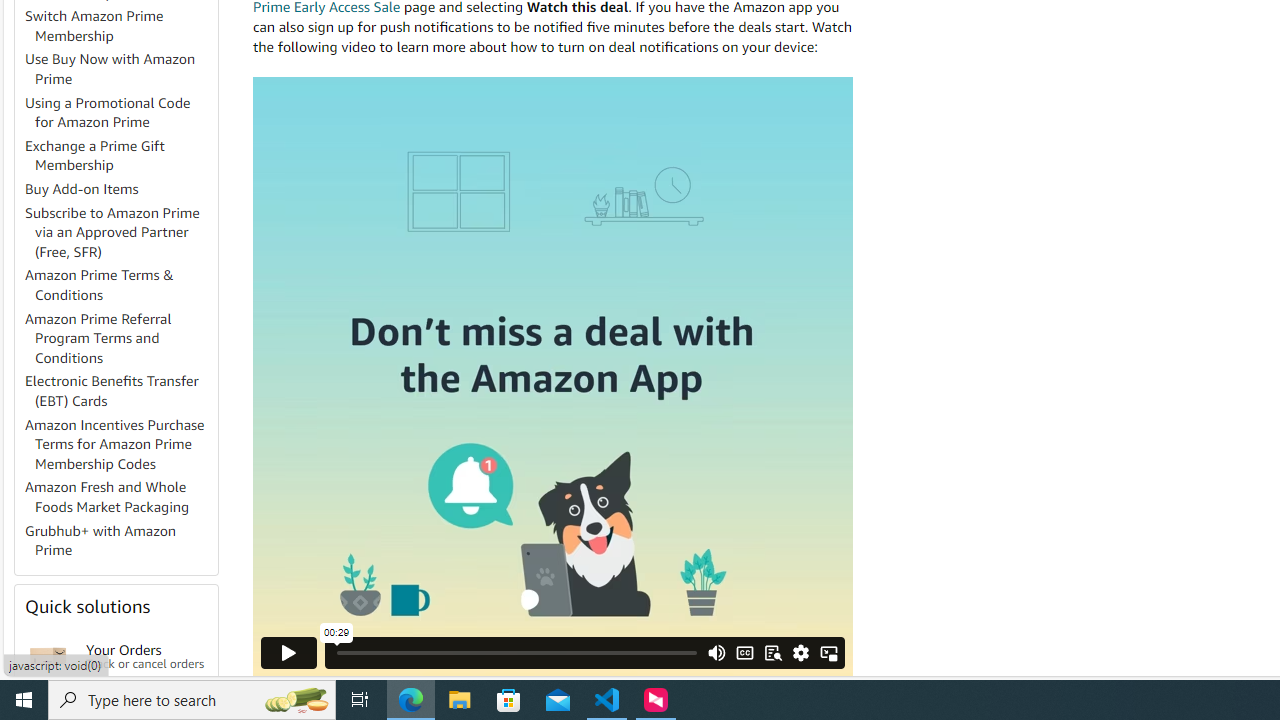 This screenshot has width=1280, height=720. I want to click on 'Picture-in-Picture', so click(828, 652).